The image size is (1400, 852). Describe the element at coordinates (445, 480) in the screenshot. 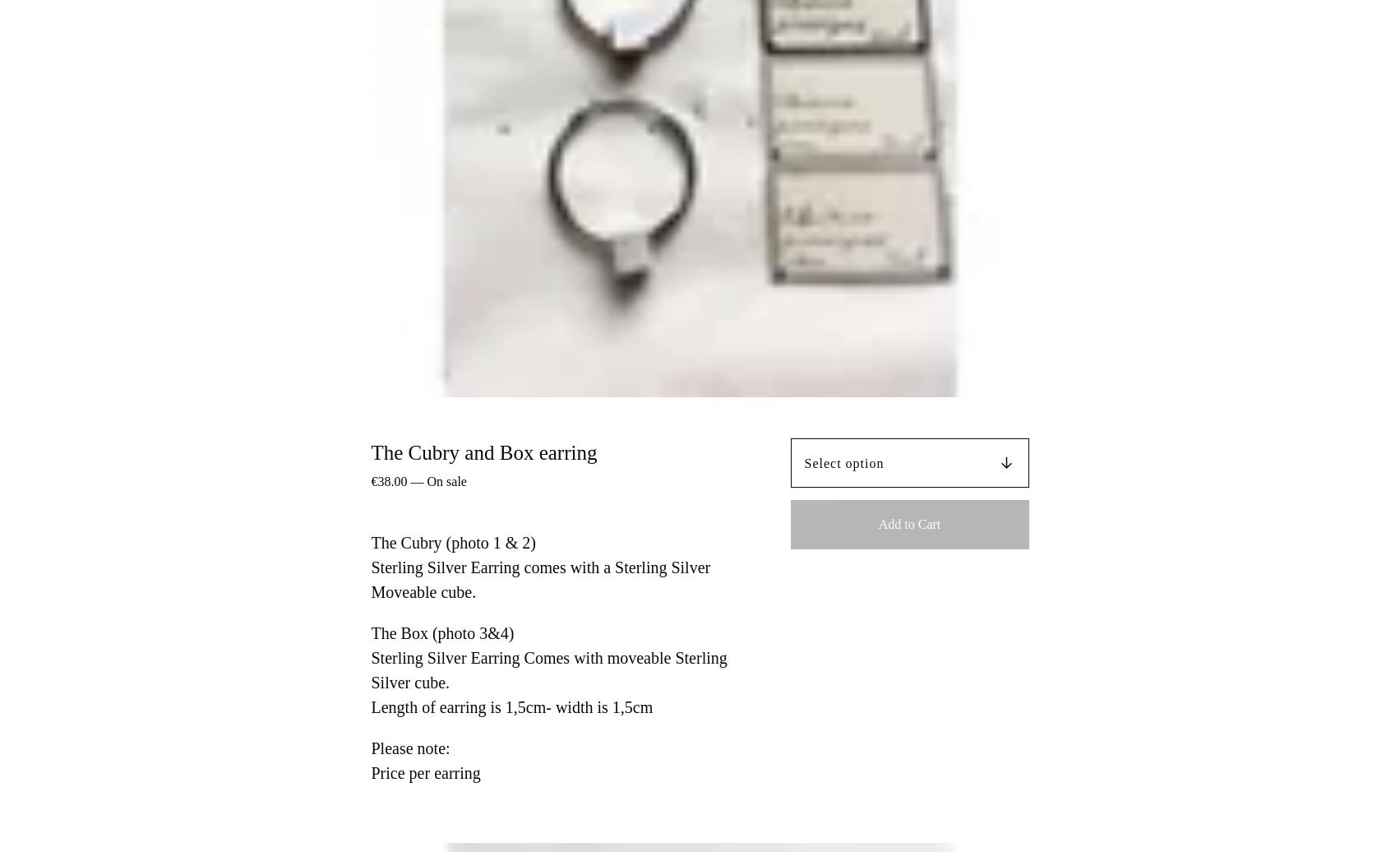

I see `'On sale'` at that location.